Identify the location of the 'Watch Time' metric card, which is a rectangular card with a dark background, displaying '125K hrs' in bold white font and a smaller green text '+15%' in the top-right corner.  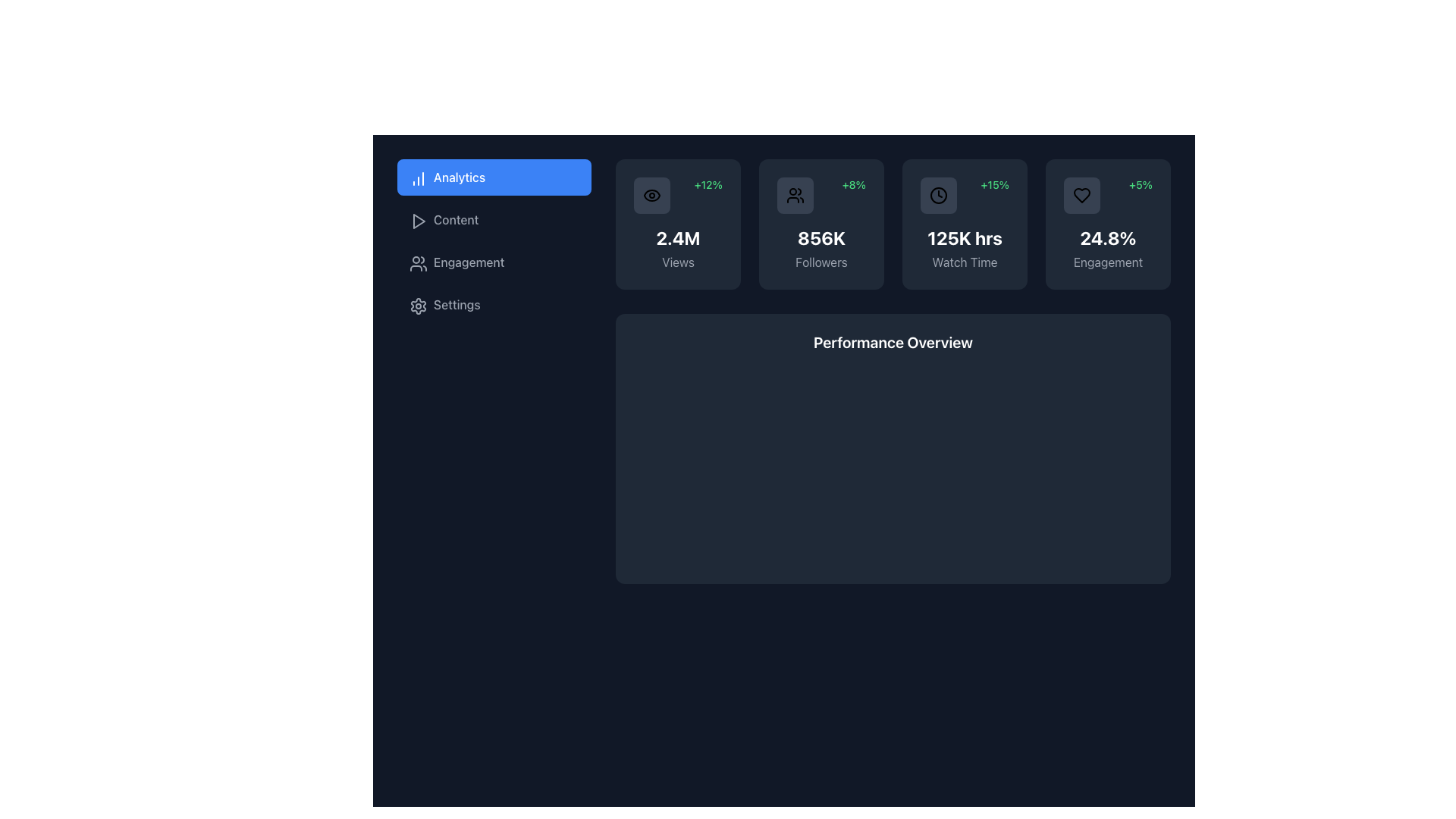
(964, 224).